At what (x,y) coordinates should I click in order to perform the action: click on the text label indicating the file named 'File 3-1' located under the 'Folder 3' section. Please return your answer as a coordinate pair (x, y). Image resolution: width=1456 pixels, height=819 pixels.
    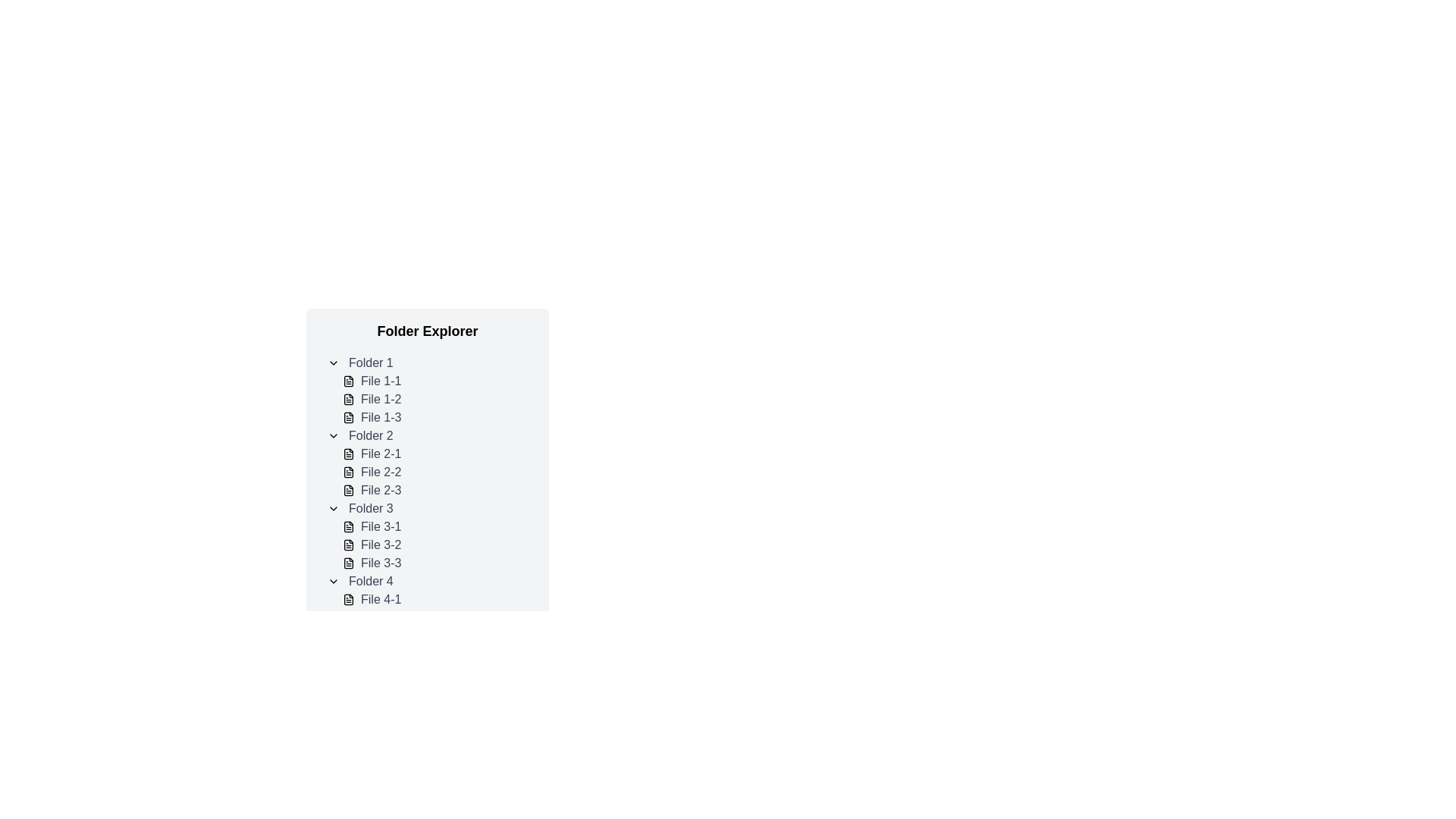
    Looking at the image, I should click on (381, 526).